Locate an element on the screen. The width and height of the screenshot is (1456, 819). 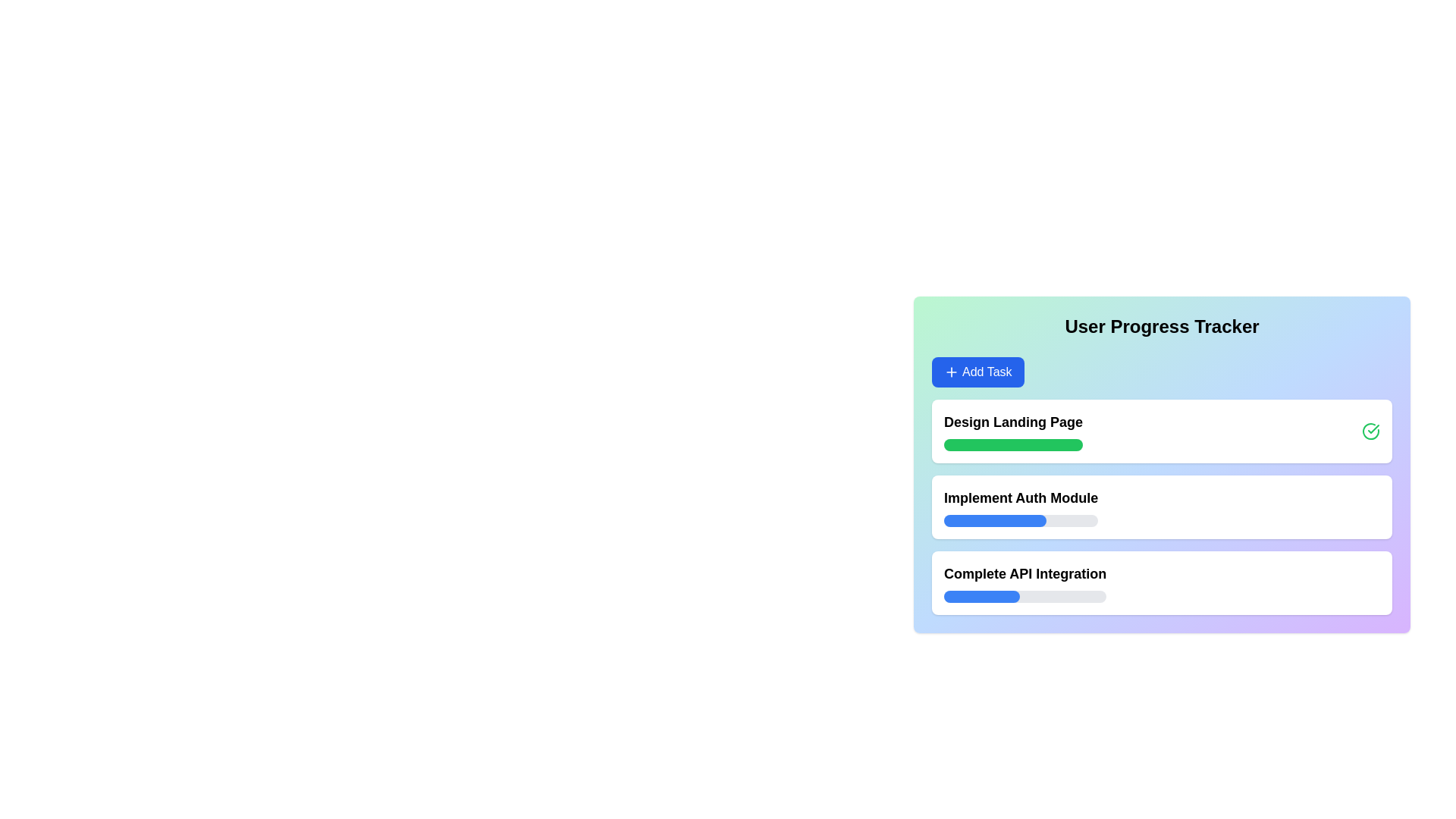
the progress bar located below the text 'Design Landing Page' in the first task card of the user progress tracker interface is located at coordinates (1013, 444).